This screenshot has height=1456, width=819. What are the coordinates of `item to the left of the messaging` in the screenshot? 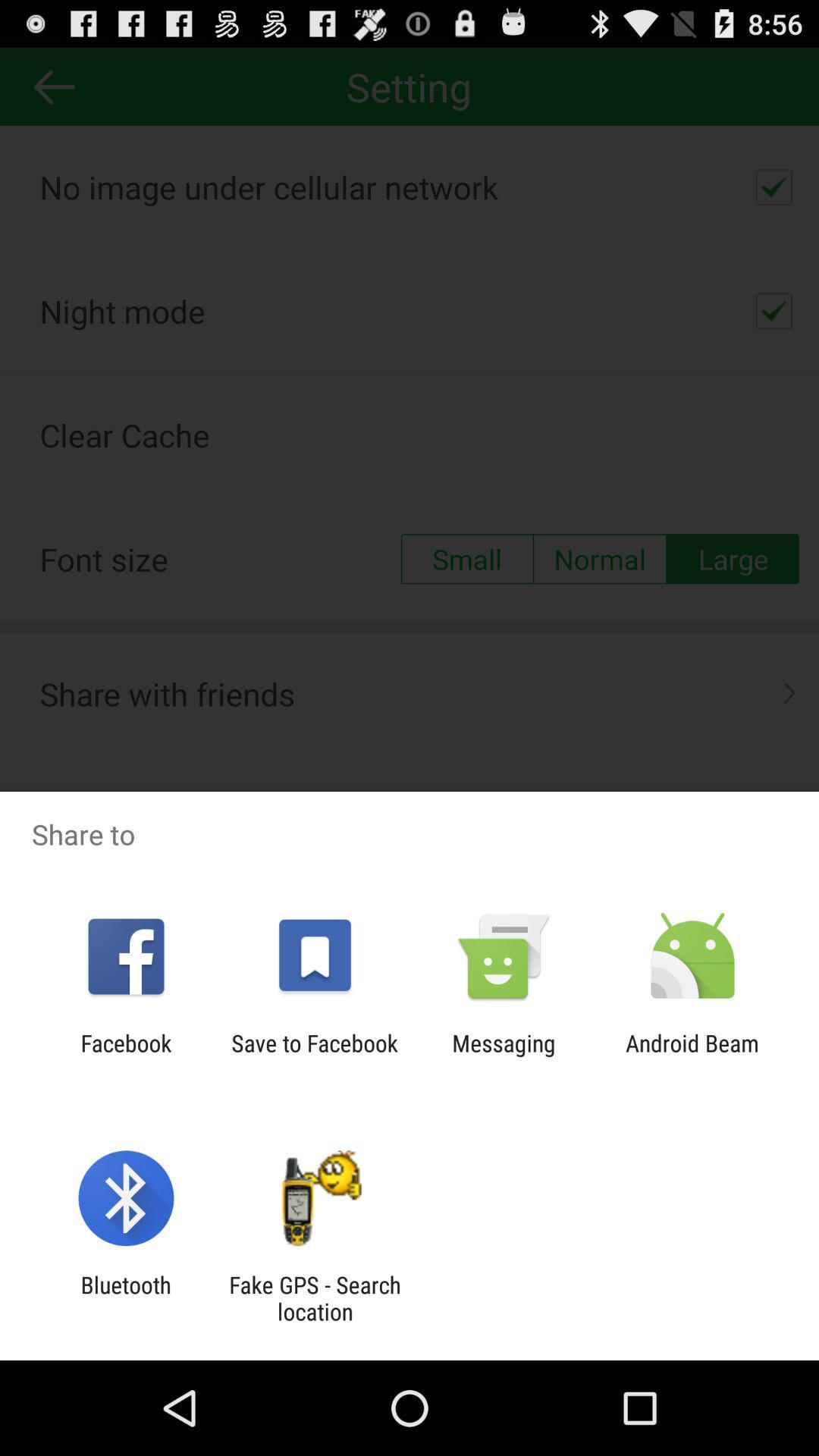 It's located at (314, 1056).